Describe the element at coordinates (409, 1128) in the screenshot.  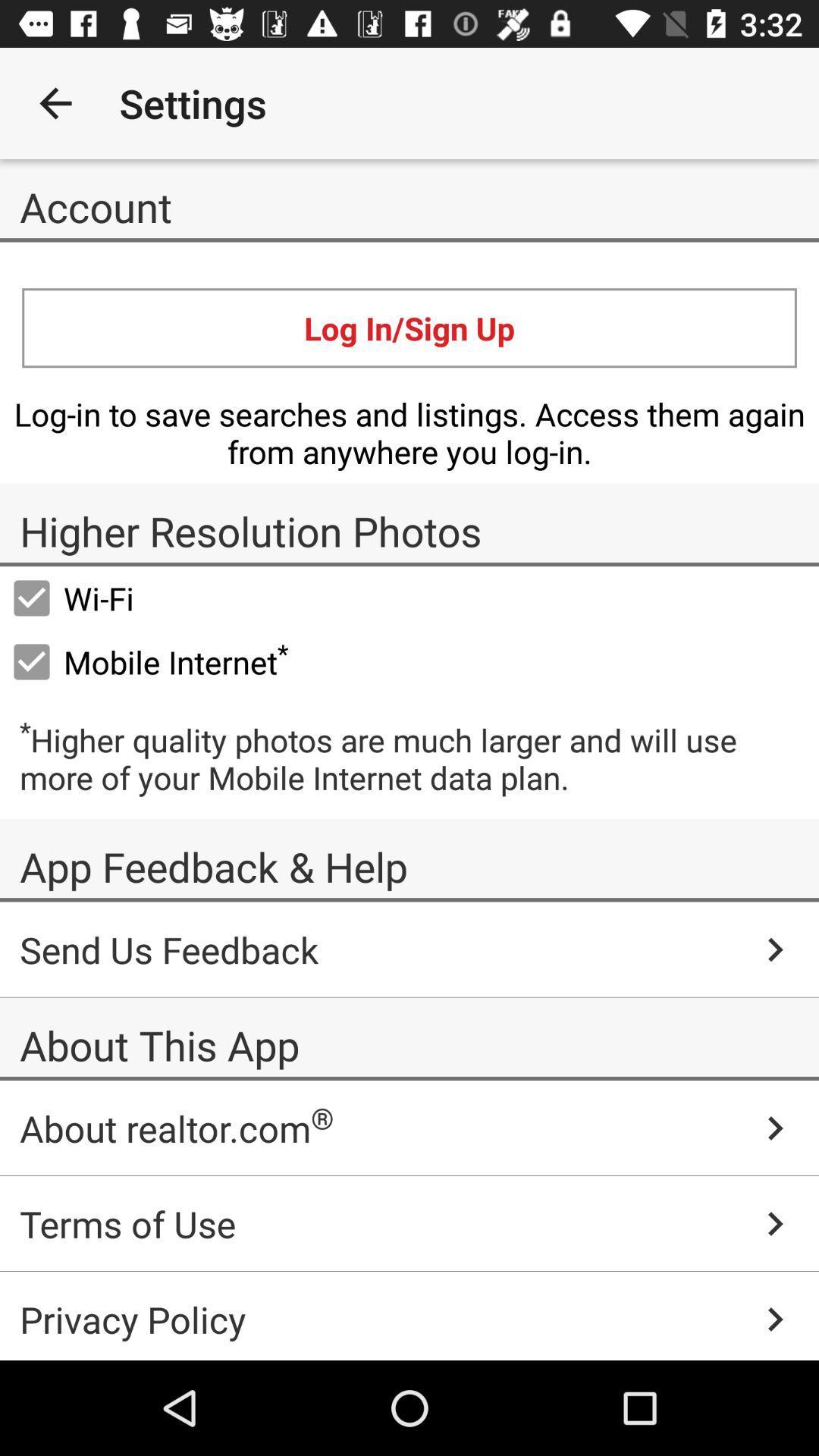
I see `item below about this app icon` at that location.